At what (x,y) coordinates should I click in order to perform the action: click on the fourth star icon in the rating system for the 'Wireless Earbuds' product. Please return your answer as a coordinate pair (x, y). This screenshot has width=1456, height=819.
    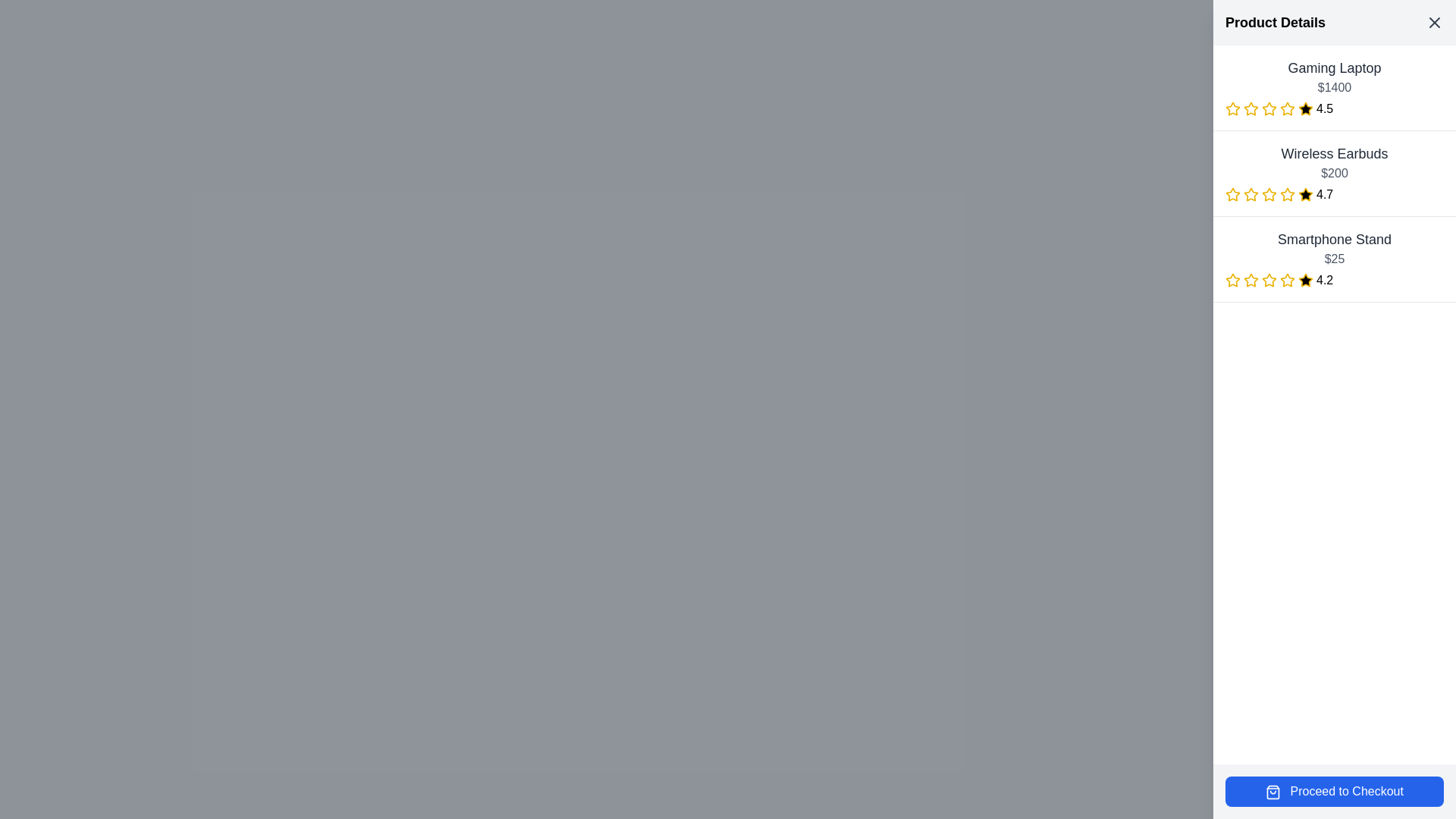
    Looking at the image, I should click on (1305, 193).